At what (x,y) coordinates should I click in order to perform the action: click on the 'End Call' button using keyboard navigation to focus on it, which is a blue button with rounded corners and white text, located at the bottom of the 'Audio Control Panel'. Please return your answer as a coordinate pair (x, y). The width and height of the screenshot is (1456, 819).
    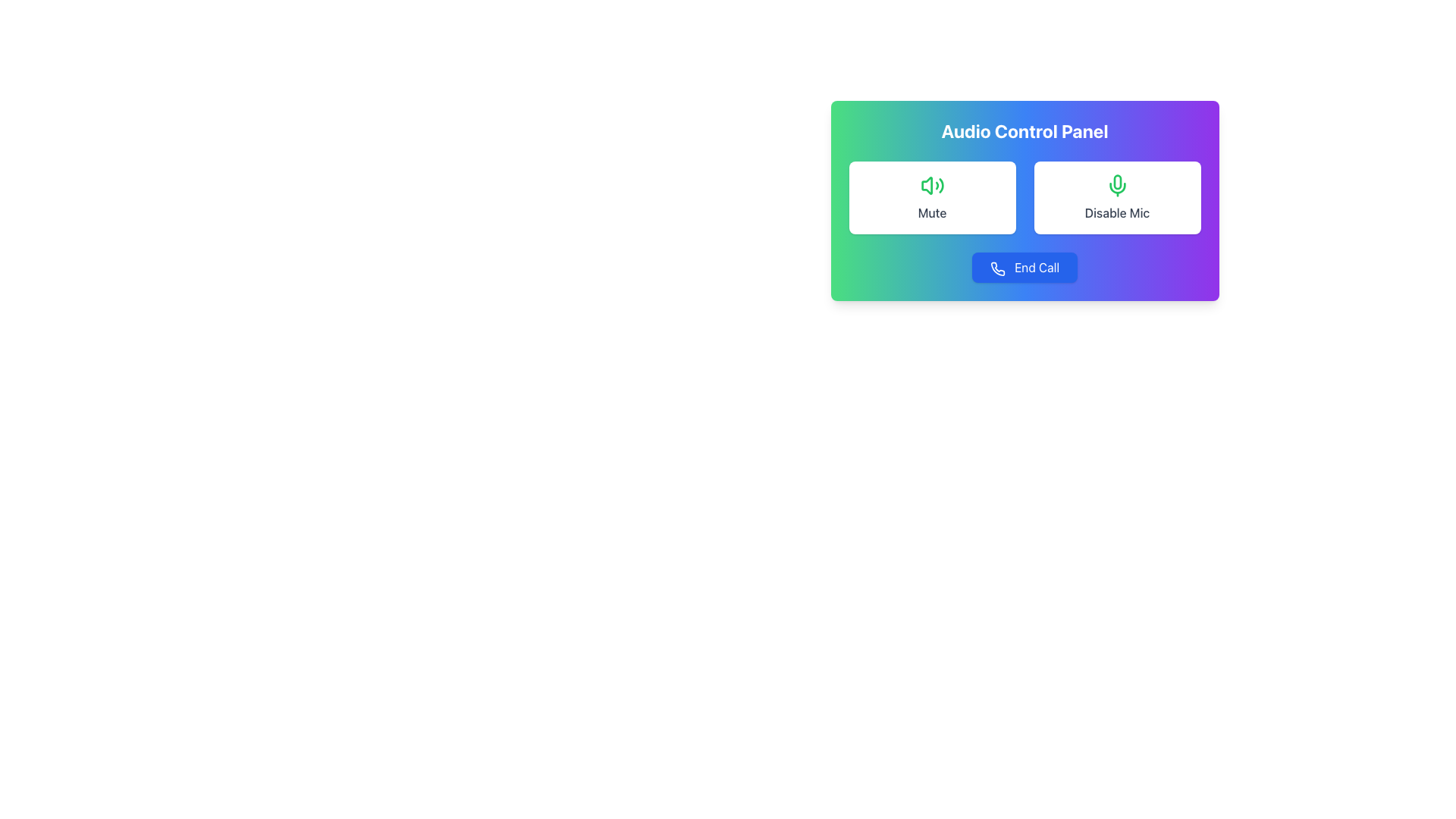
    Looking at the image, I should click on (1025, 267).